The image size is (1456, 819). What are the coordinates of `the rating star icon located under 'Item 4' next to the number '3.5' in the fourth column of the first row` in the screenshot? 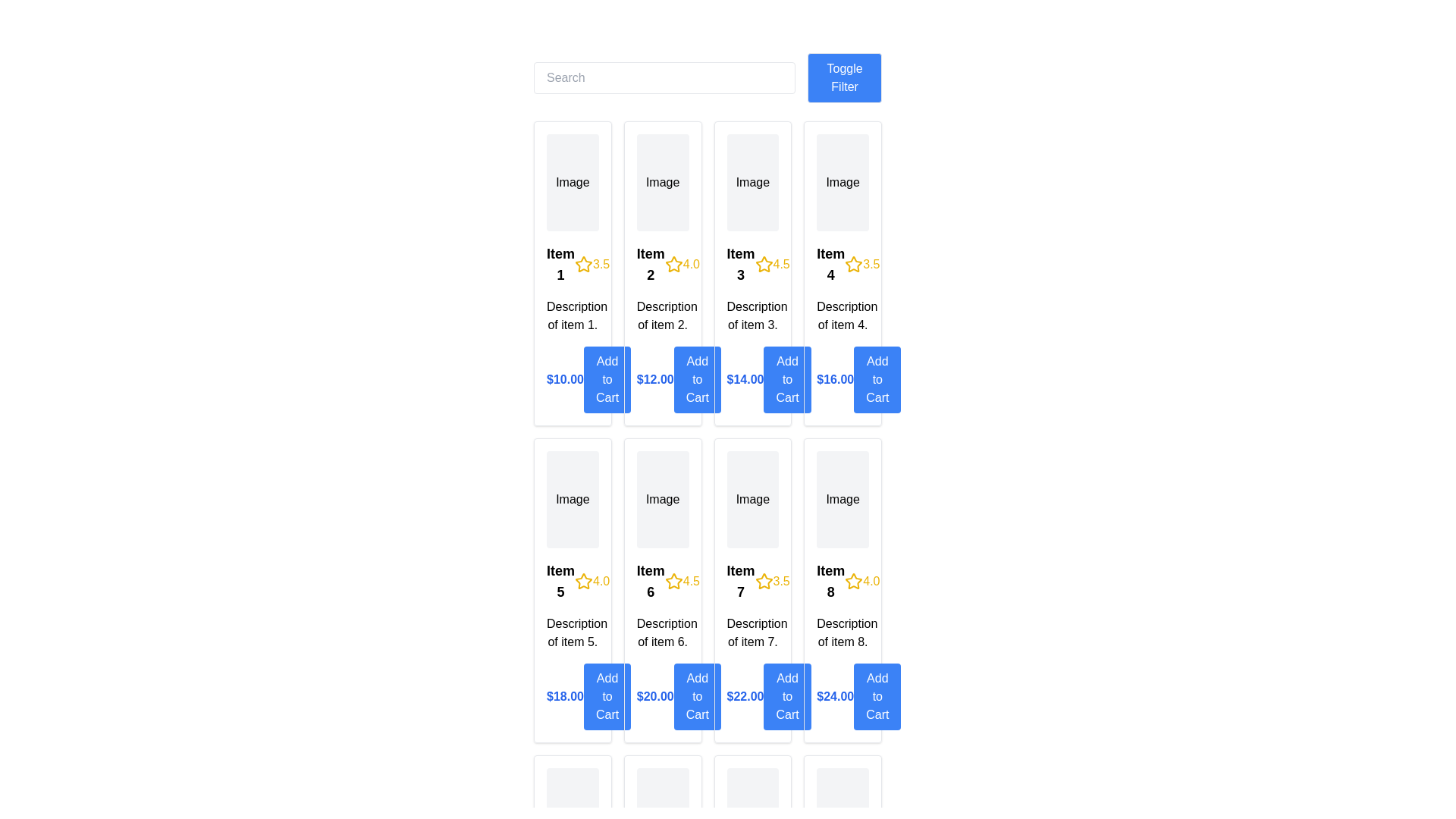 It's located at (854, 263).